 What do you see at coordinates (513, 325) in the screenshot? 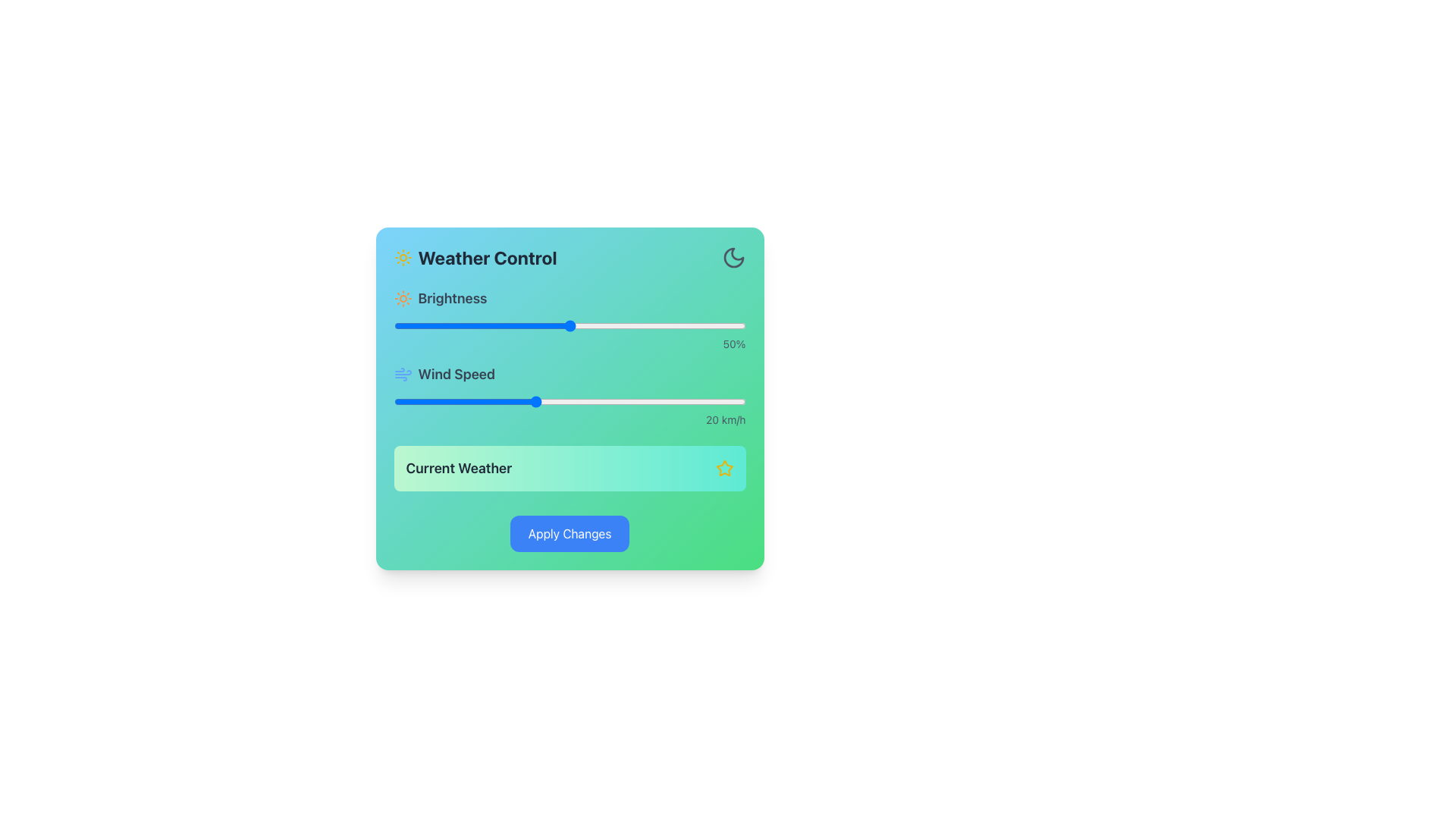
I see `brightness` at bounding box center [513, 325].